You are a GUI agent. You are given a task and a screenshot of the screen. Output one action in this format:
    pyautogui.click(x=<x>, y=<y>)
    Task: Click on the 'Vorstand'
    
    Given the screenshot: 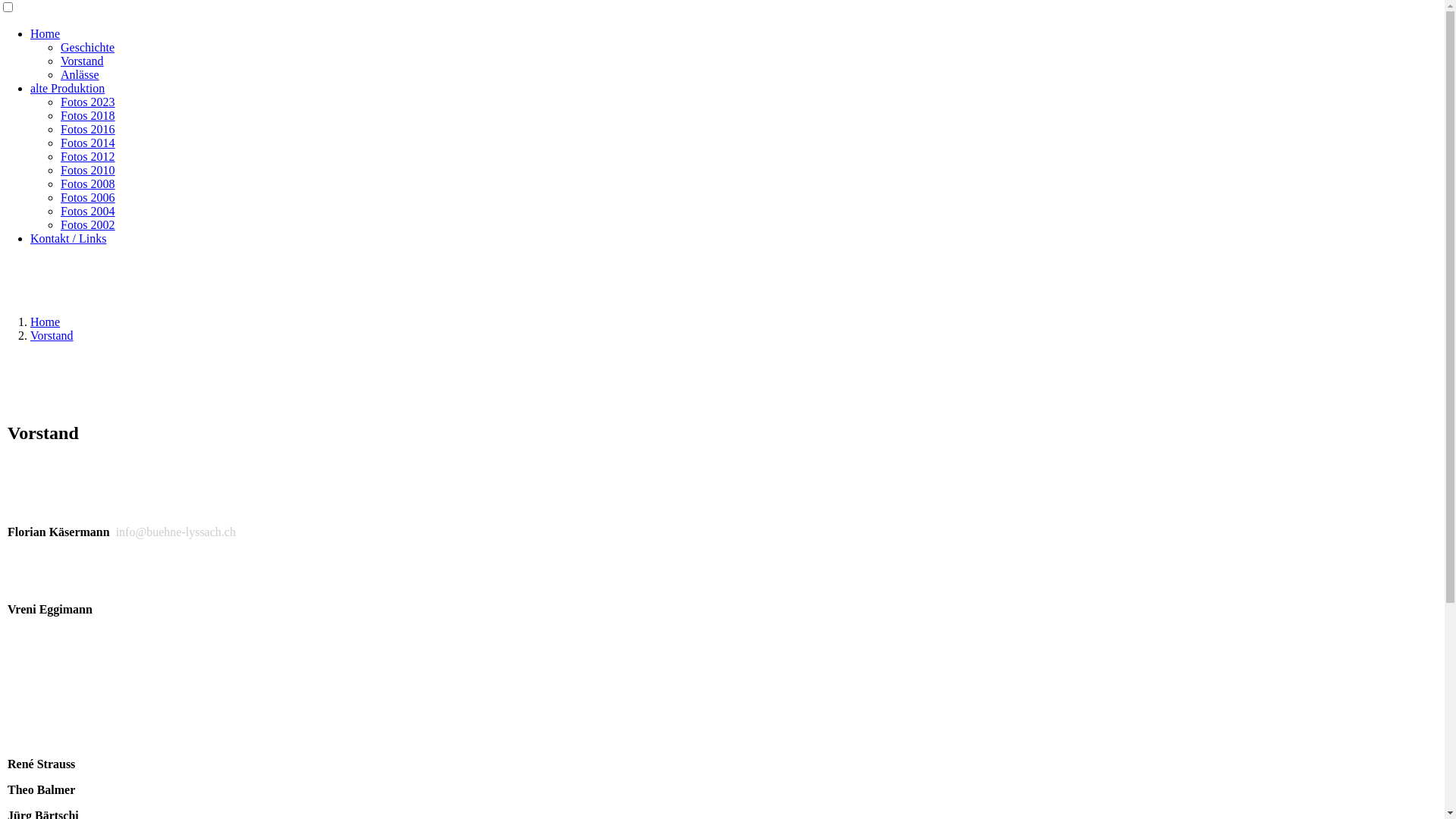 What is the action you would take?
    pyautogui.click(x=30, y=334)
    